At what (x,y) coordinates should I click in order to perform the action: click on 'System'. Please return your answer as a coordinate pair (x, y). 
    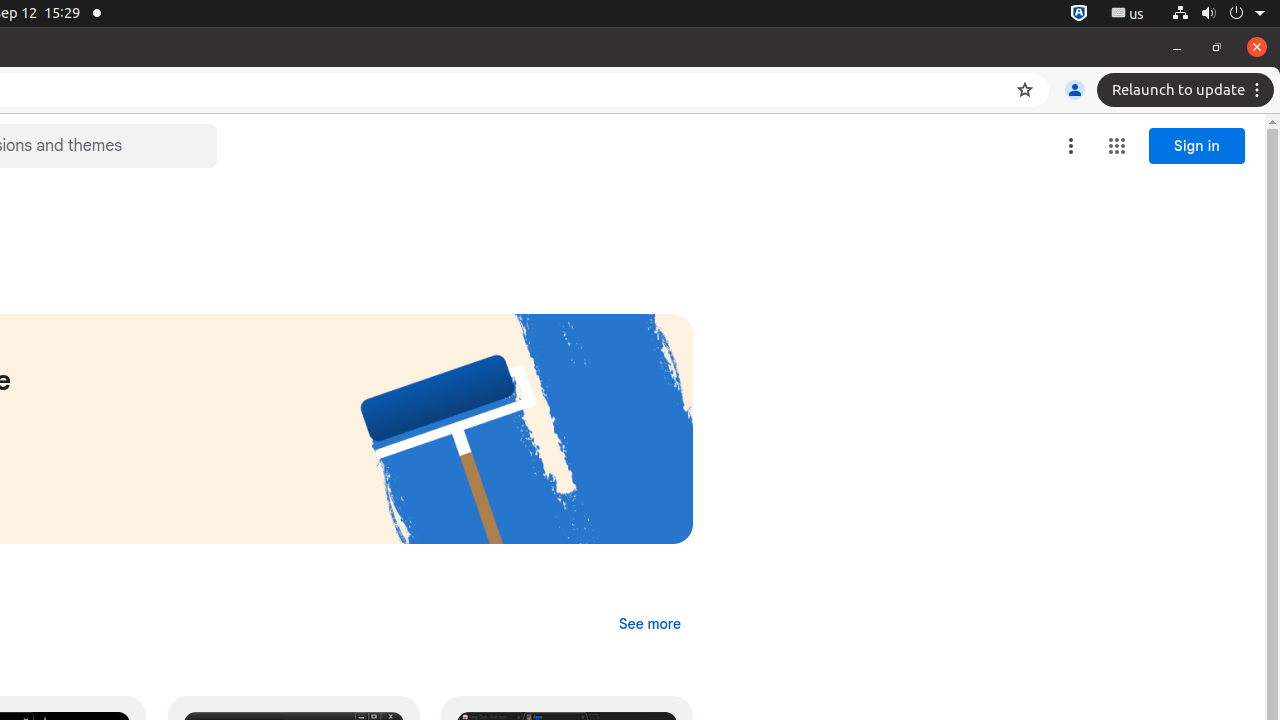
    Looking at the image, I should click on (1217, 13).